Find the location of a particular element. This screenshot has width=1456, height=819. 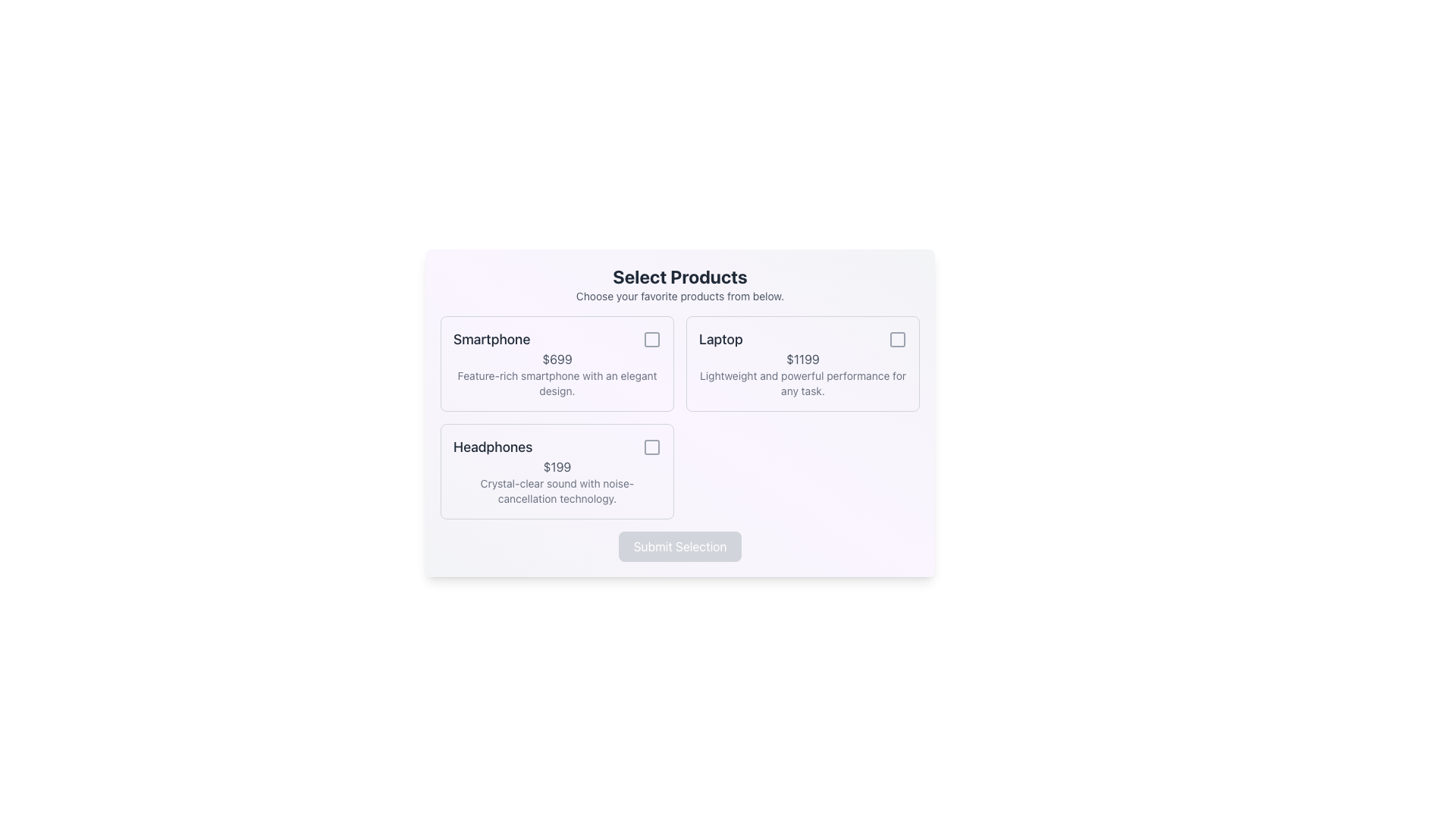

the 'Submit Selection' button, which has rounded corners and a light gray background, to attempt submission is located at coordinates (679, 547).